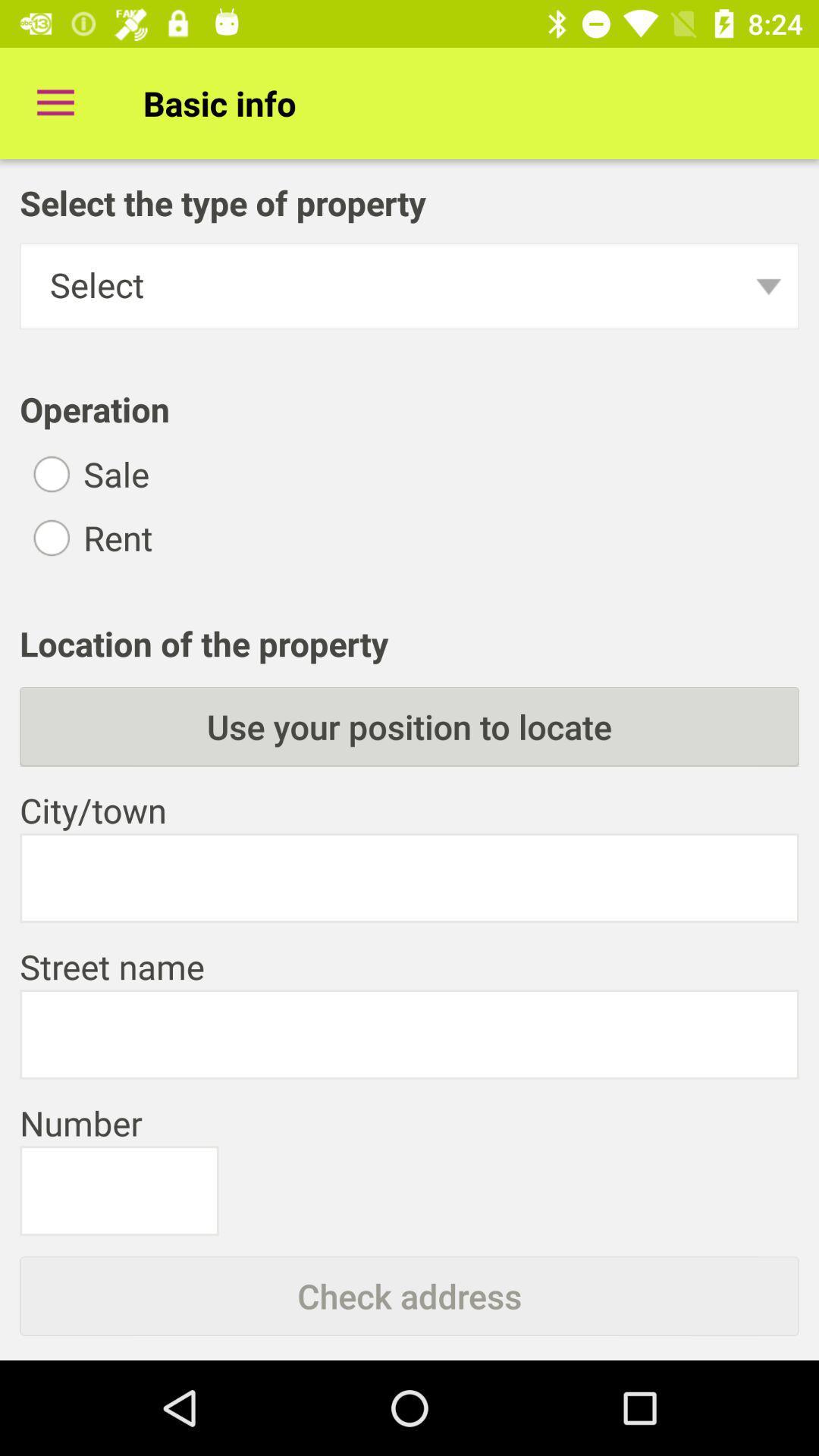 The height and width of the screenshot is (1456, 819). I want to click on text field, so click(118, 1190).